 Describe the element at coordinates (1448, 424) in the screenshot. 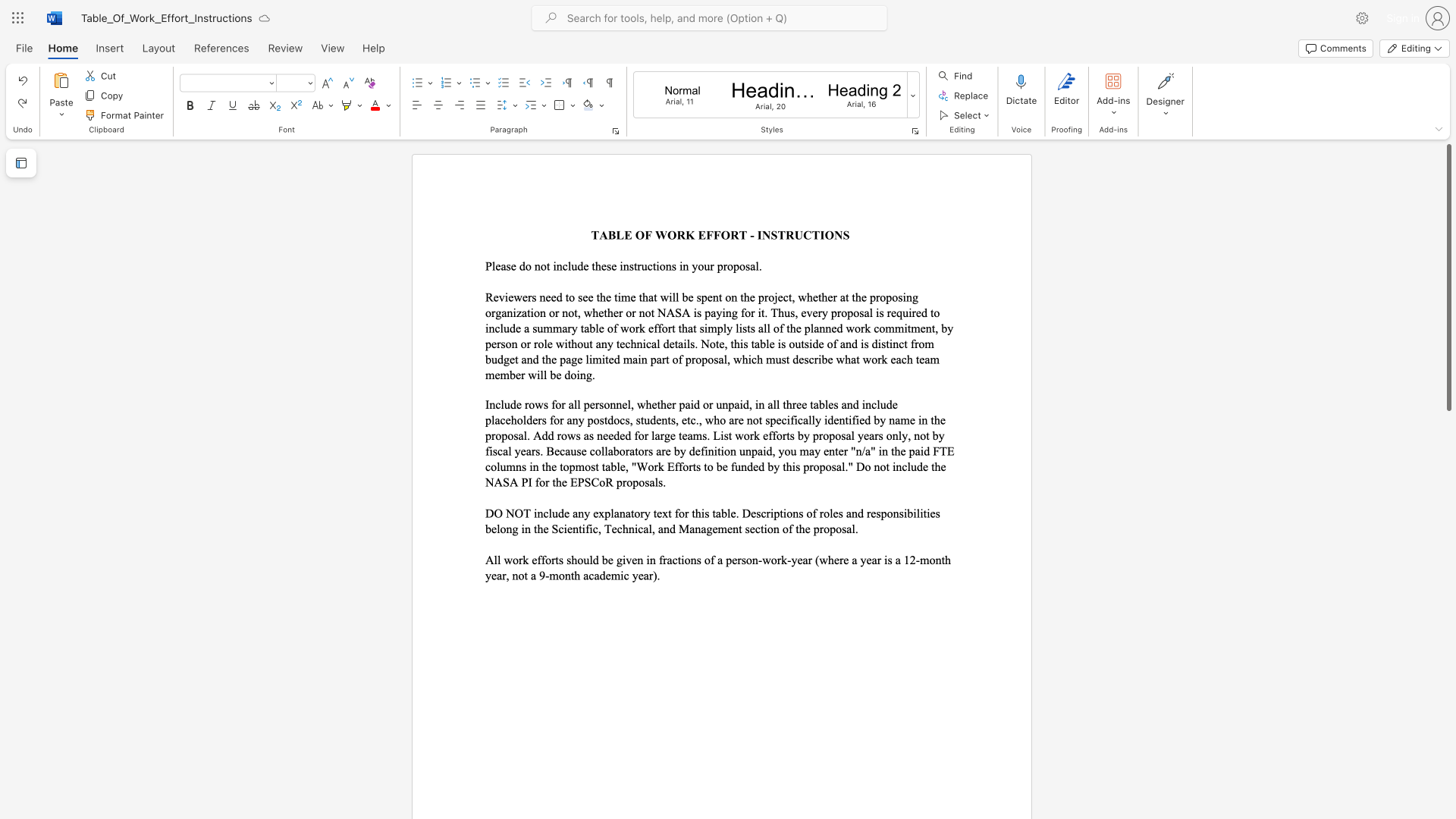

I see `the scrollbar on the right side to scroll the page down` at that location.